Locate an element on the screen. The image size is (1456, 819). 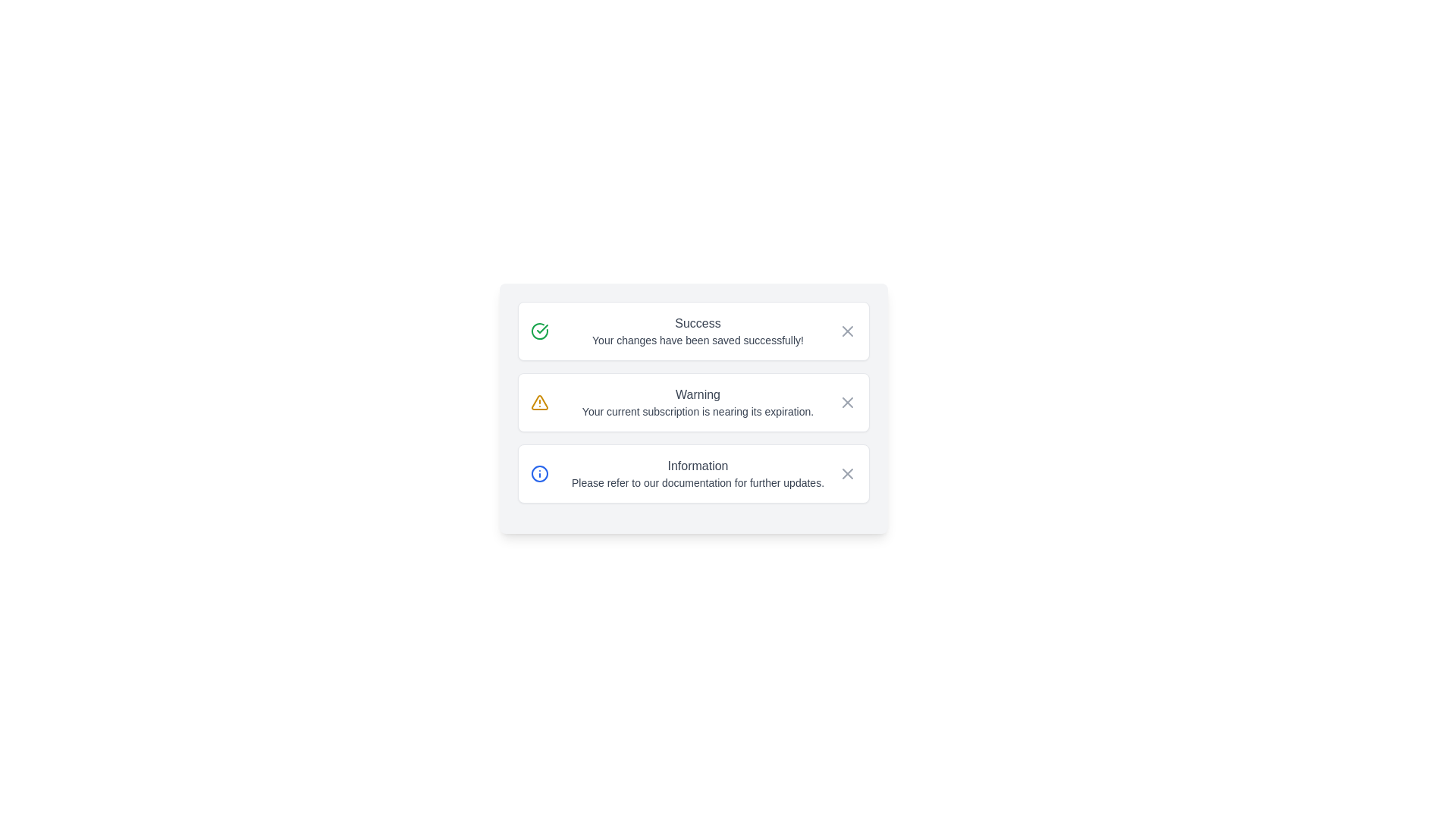
the green curved segment of the circular icon located to the left of the 'Success' message in the first notification item is located at coordinates (539, 330).